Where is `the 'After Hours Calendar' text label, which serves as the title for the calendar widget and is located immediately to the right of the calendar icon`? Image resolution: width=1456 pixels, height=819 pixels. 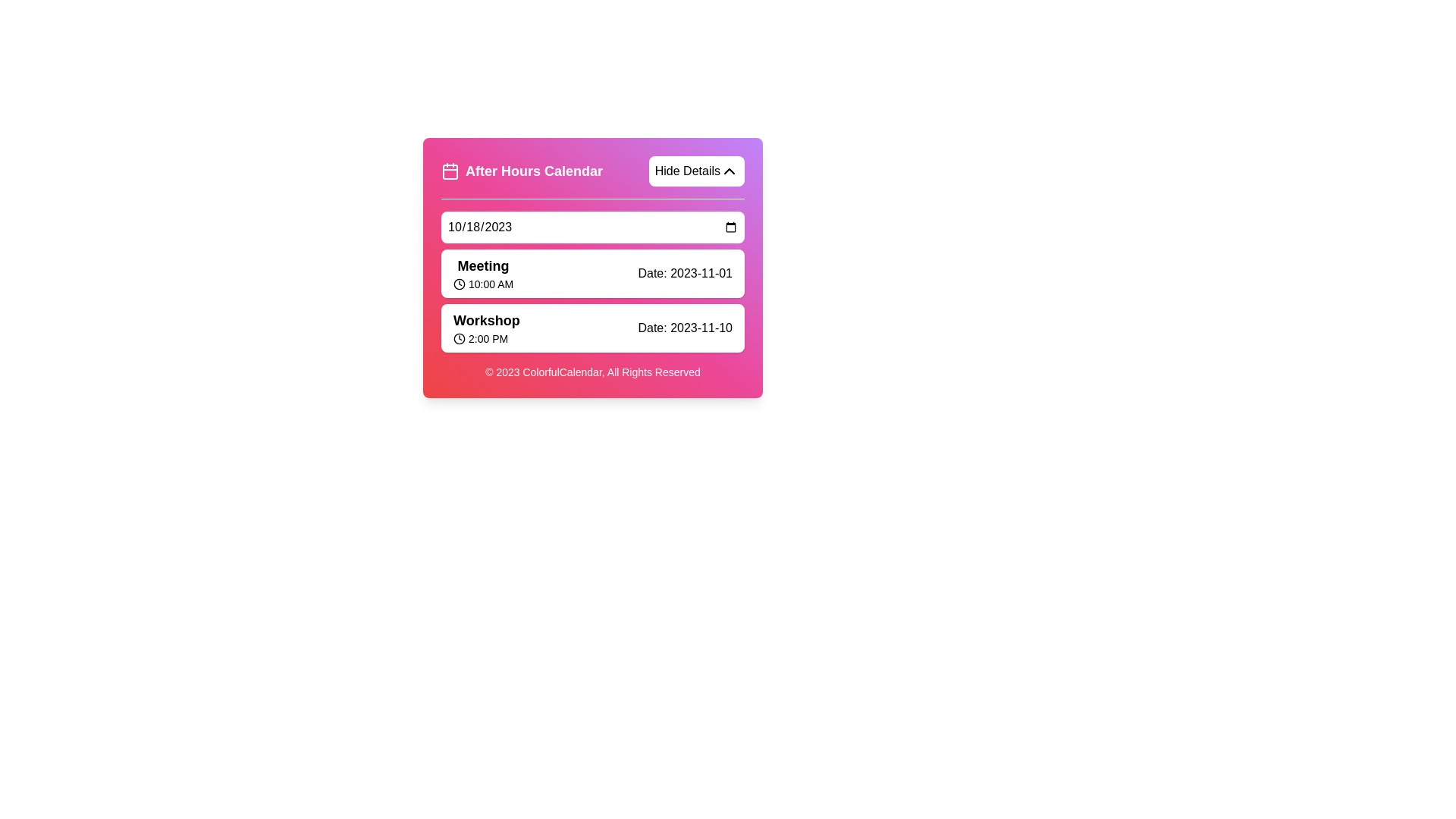
the 'After Hours Calendar' text label, which serves as the title for the calendar widget and is located immediately to the right of the calendar icon is located at coordinates (534, 171).